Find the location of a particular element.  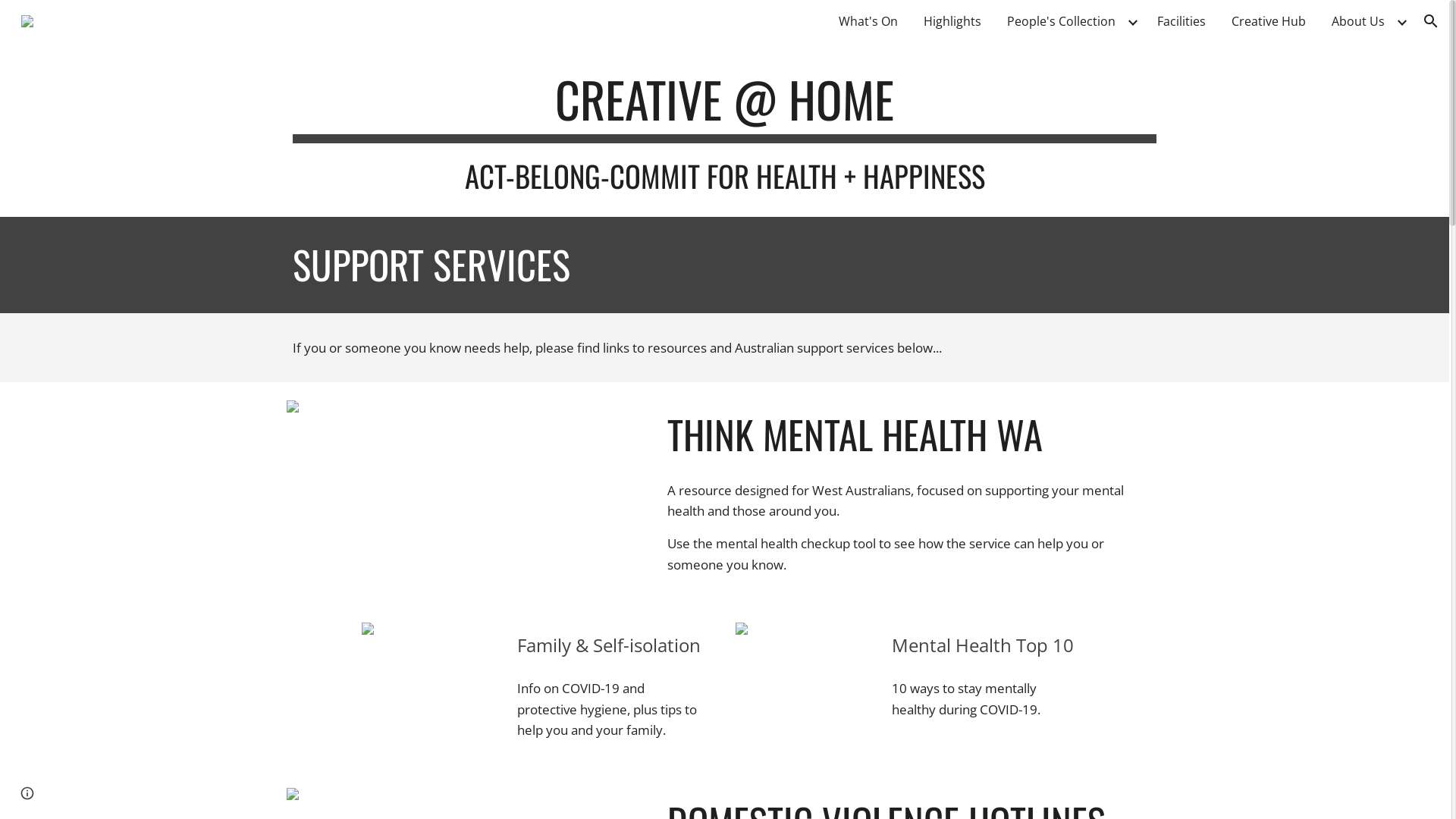

'Expand/Collapse' is located at coordinates (1131, 20).